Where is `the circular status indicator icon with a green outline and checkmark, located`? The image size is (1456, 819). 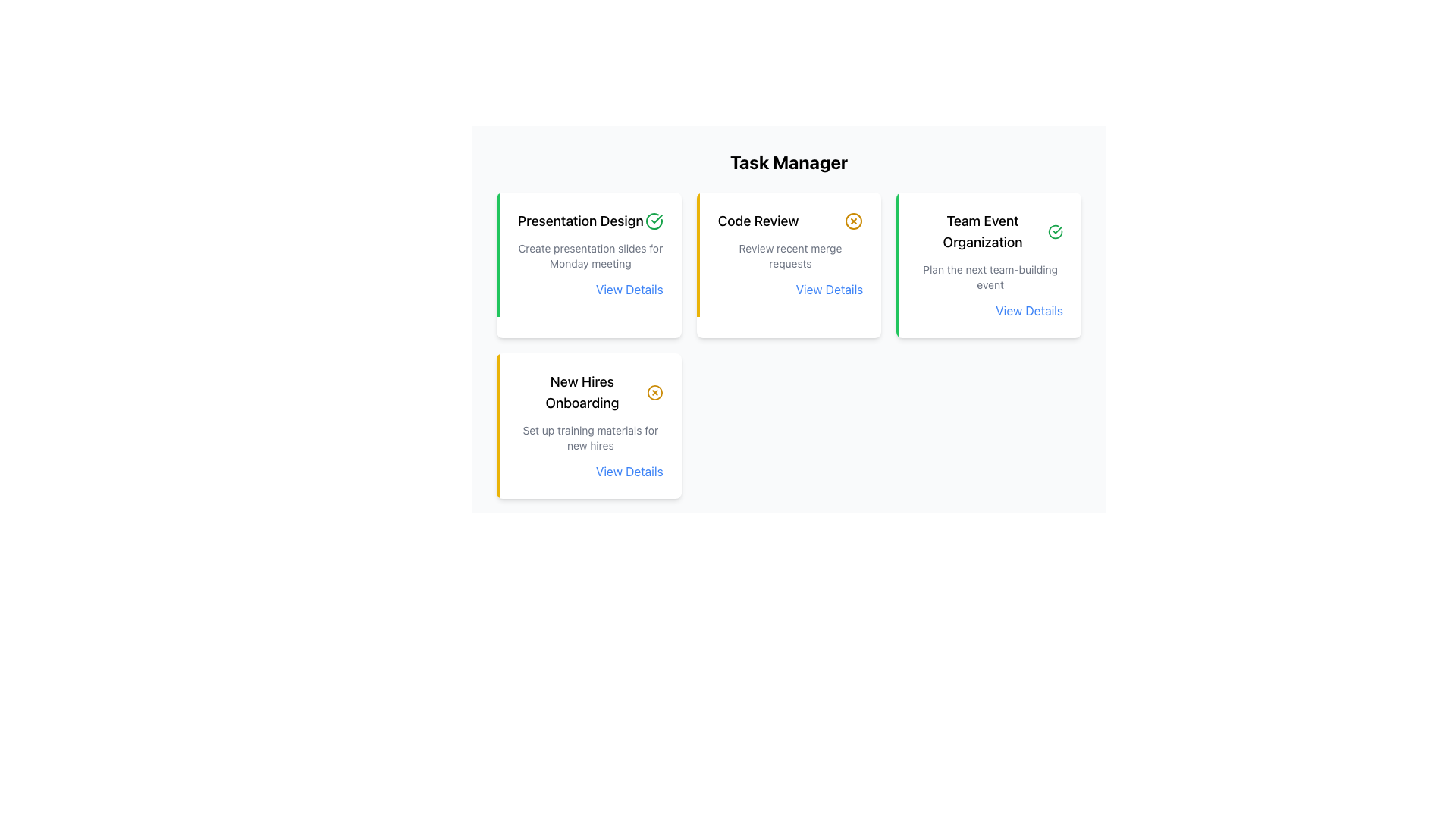 the circular status indicator icon with a green outline and checkmark, located is located at coordinates (1055, 231).